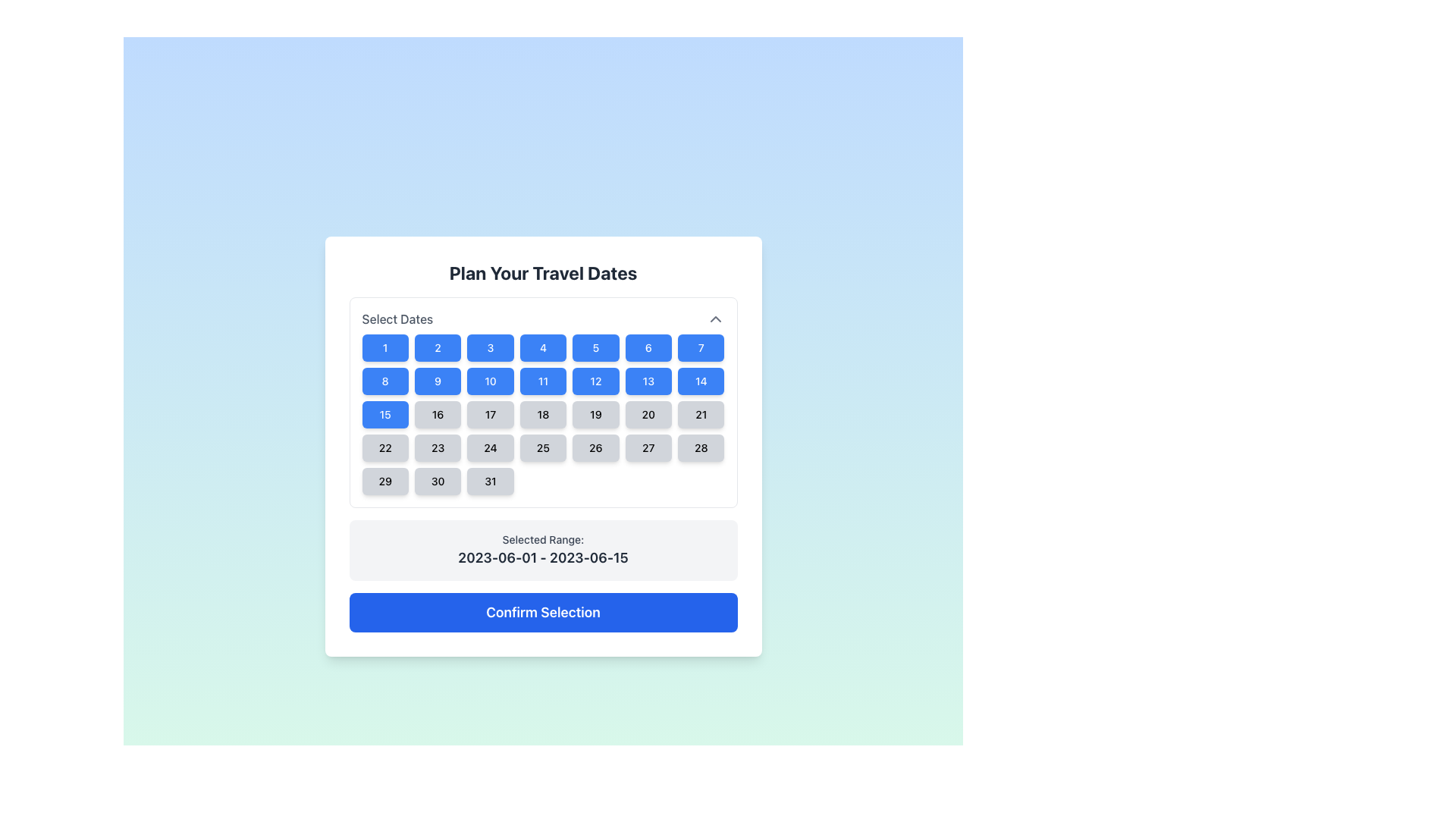 The width and height of the screenshot is (1456, 819). What do you see at coordinates (700, 380) in the screenshot?
I see `the button representing the date 14 in the calendar-style date picker` at bounding box center [700, 380].